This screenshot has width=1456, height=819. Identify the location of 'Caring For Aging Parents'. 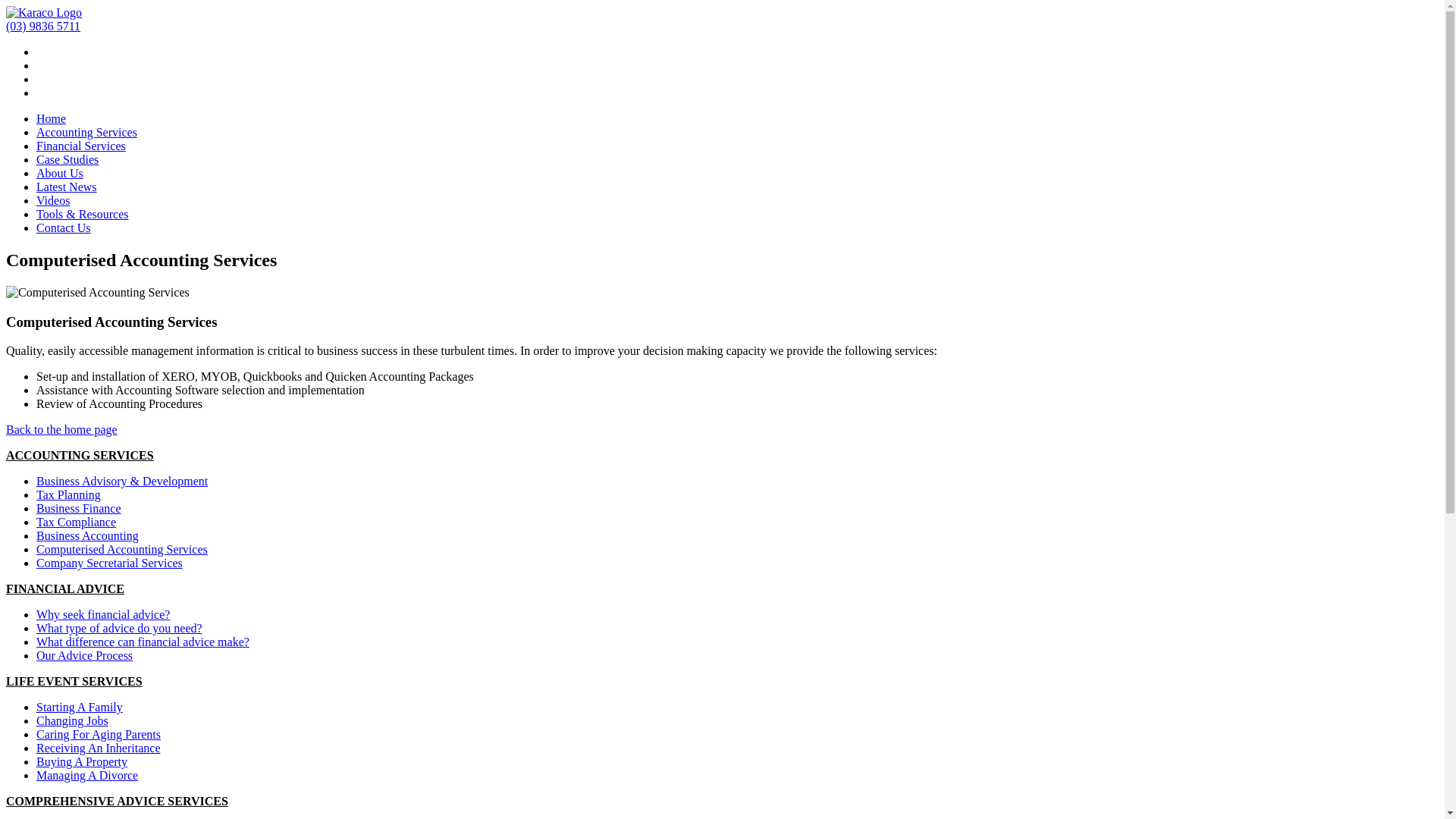
(97, 733).